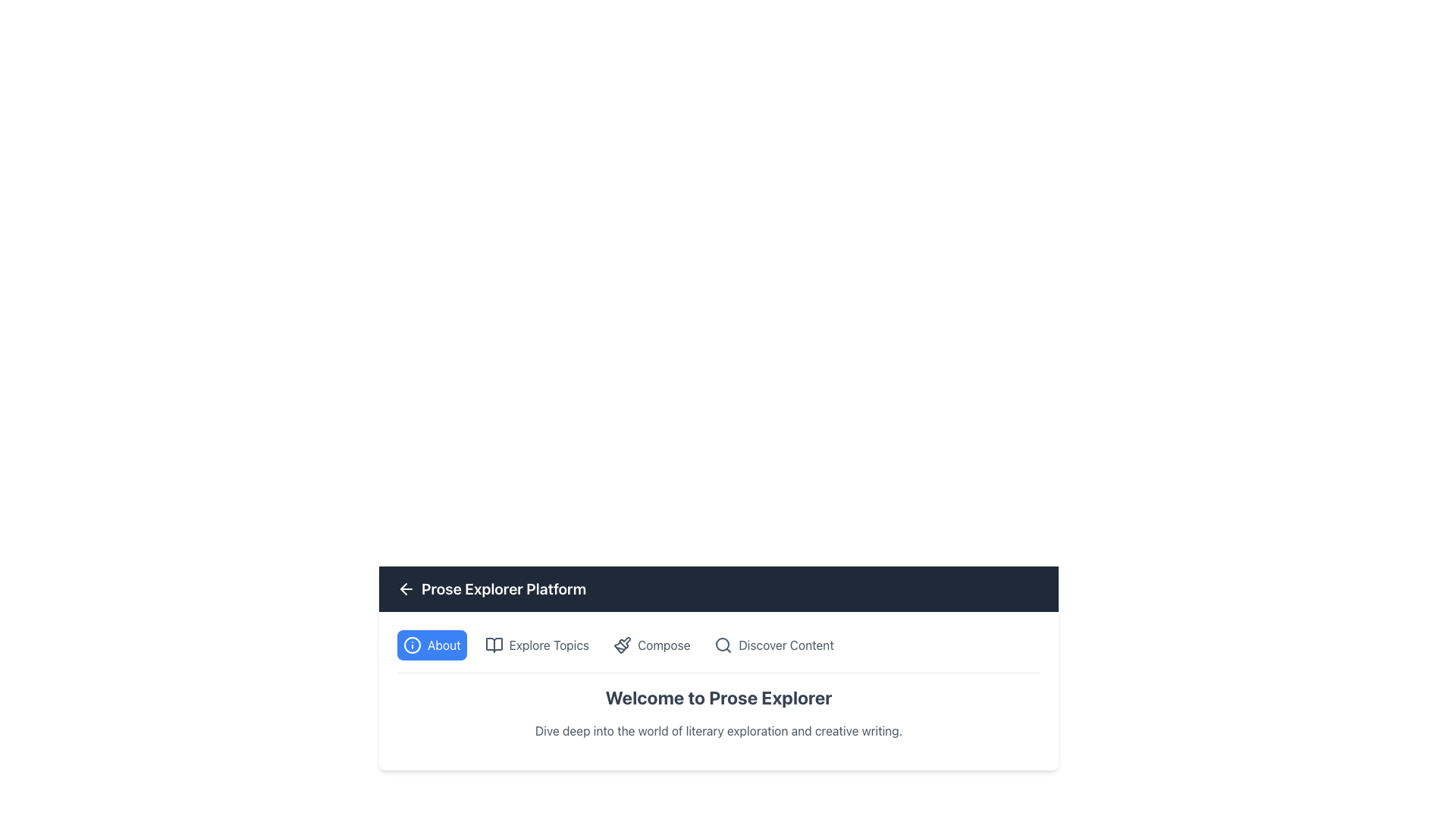 The width and height of the screenshot is (1456, 819). Describe the element at coordinates (504, 588) in the screenshot. I see `the static text label that identifies the platform as 'Prose Explorer Platform', located to the right of the navigation arrow icon in the header bar` at that location.